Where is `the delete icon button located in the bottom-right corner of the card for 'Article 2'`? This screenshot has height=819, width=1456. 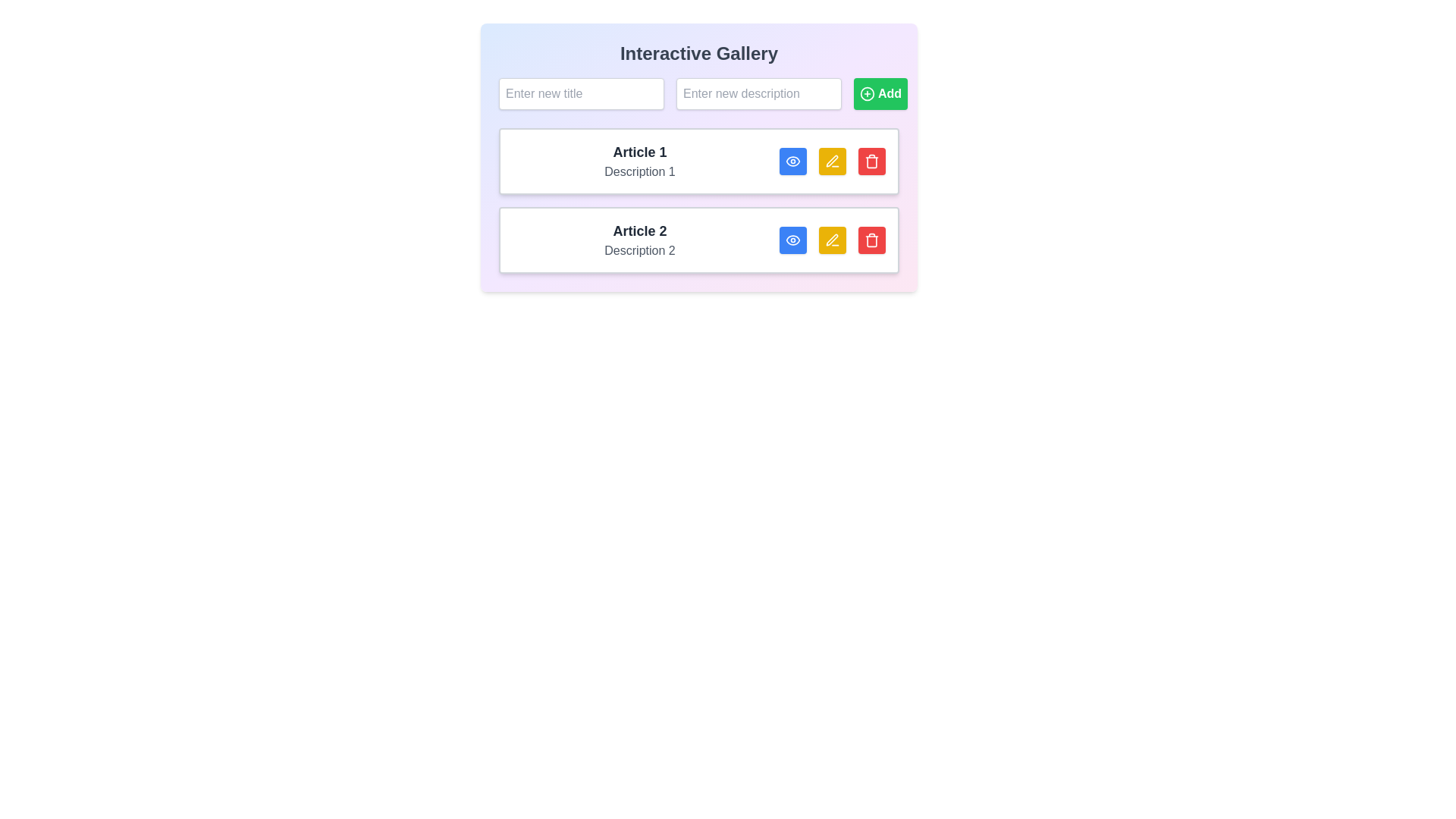
the delete icon button located in the bottom-right corner of the card for 'Article 2' is located at coordinates (872, 239).